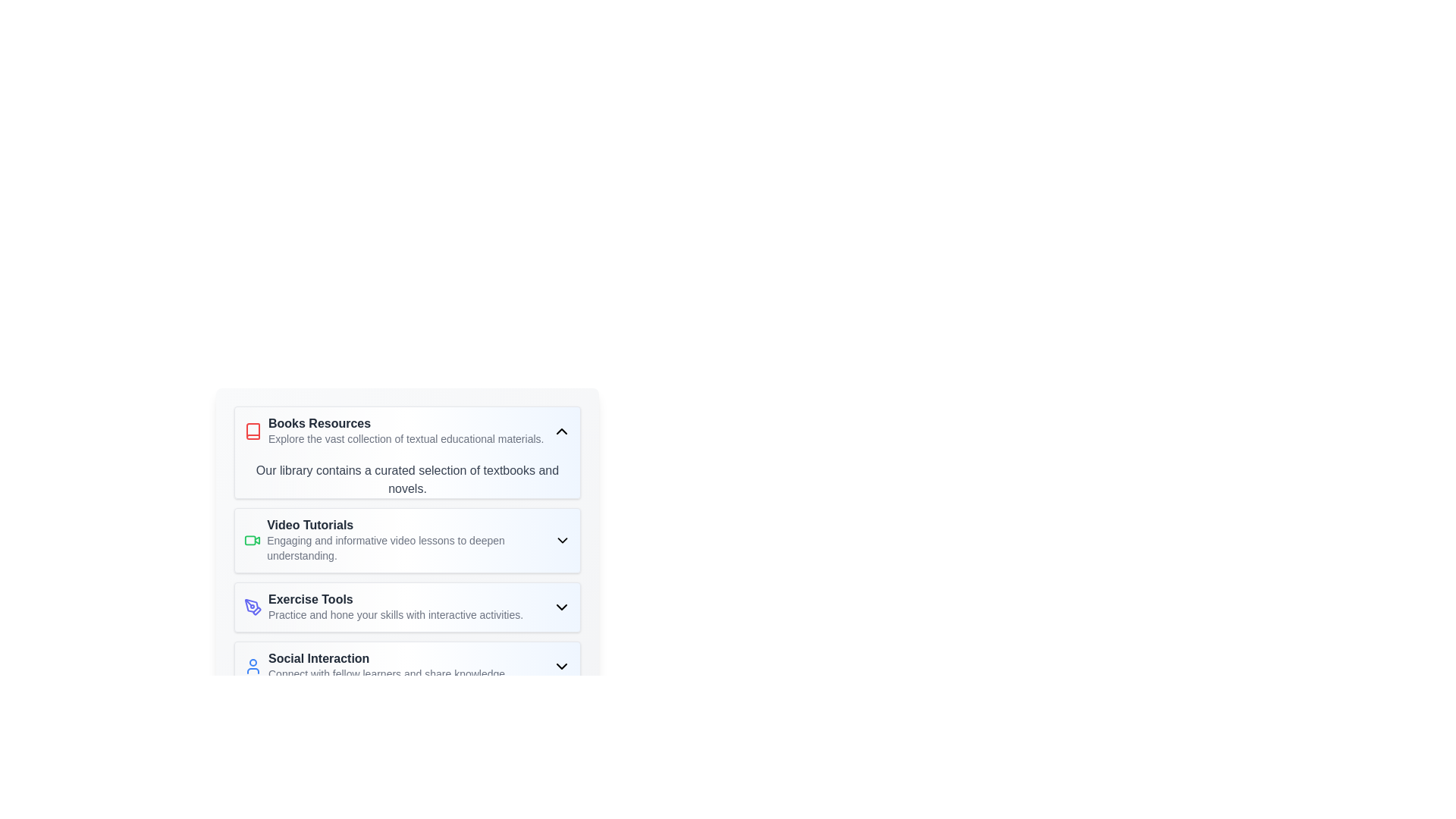 Image resolution: width=1456 pixels, height=819 pixels. Describe the element at coordinates (253, 540) in the screenshot. I see `the small green video camera icon located to the left of the 'Video Tutorials' text, which is the second section beneath 'Books Resources.'` at that location.